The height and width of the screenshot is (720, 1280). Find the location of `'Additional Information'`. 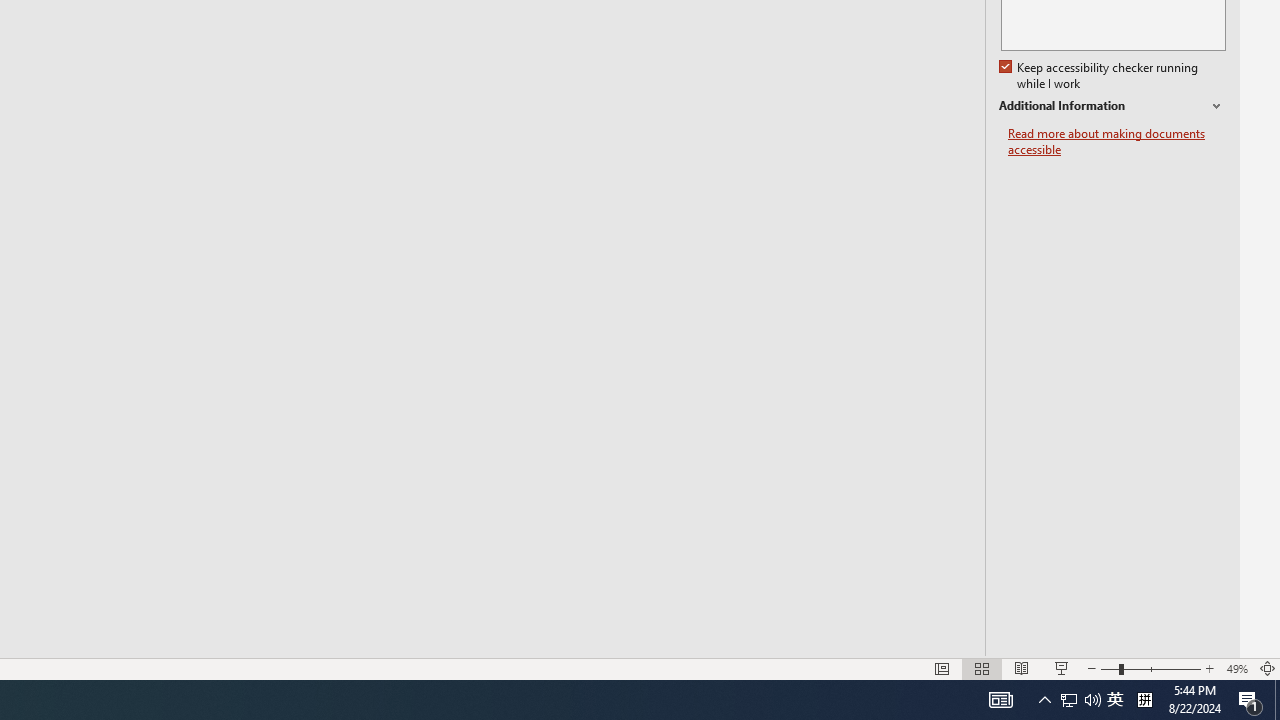

'Additional Information' is located at coordinates (1111, 106).